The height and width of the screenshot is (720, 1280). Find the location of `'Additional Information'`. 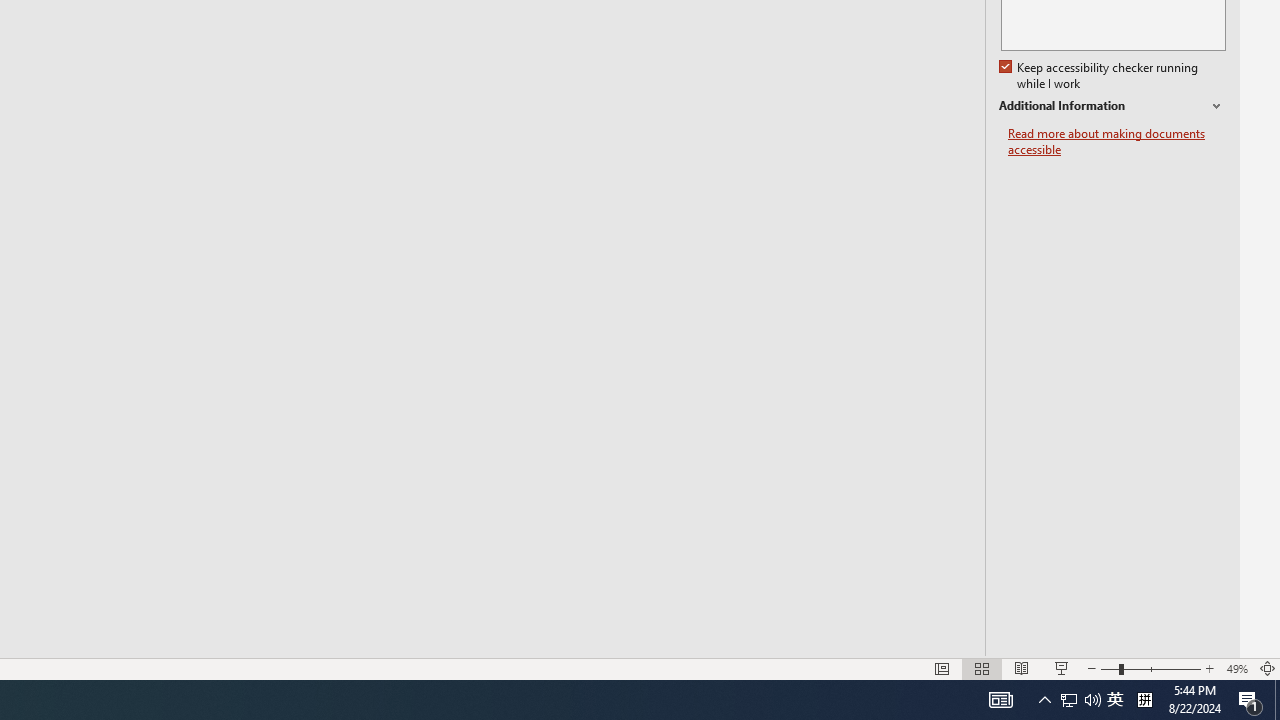

'Additional Information' is located at coordinates (1111, 106).